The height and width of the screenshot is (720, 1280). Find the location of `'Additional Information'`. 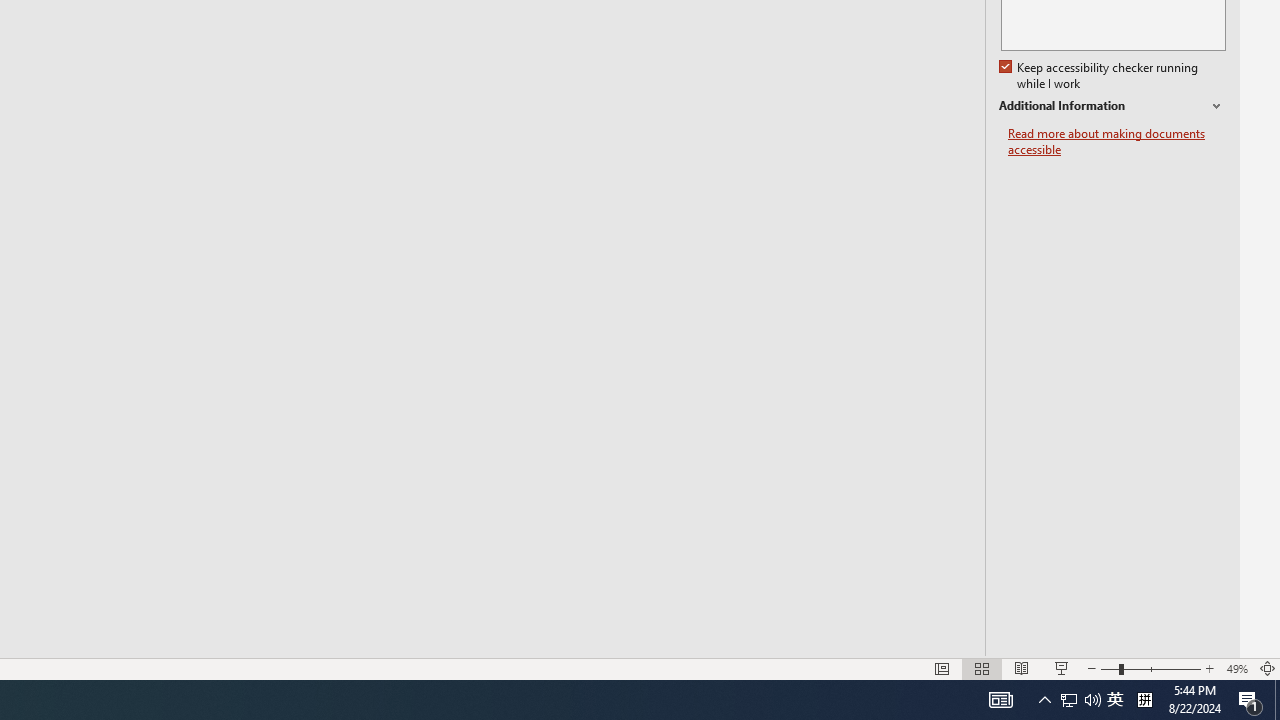

'Additional Information' is located at coordinates (1111, 106).